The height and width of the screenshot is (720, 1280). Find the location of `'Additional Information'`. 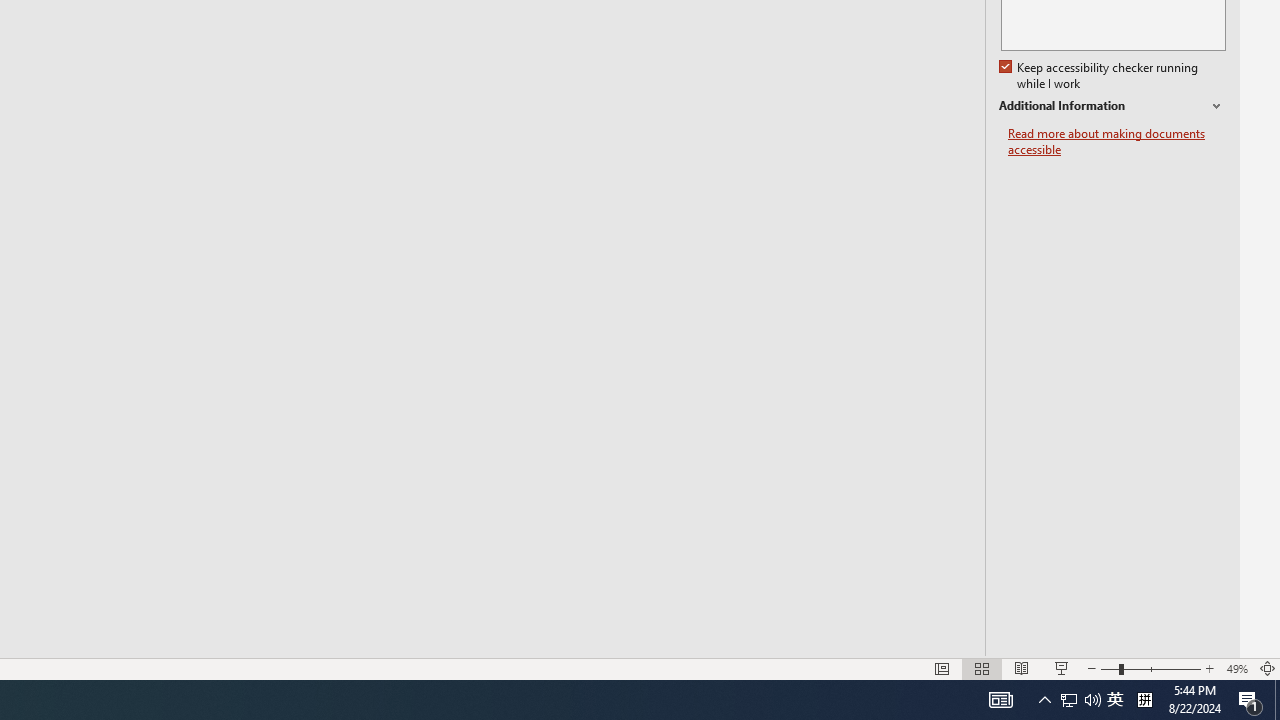

'Additional Information' is located at coordinates (1111, 106).